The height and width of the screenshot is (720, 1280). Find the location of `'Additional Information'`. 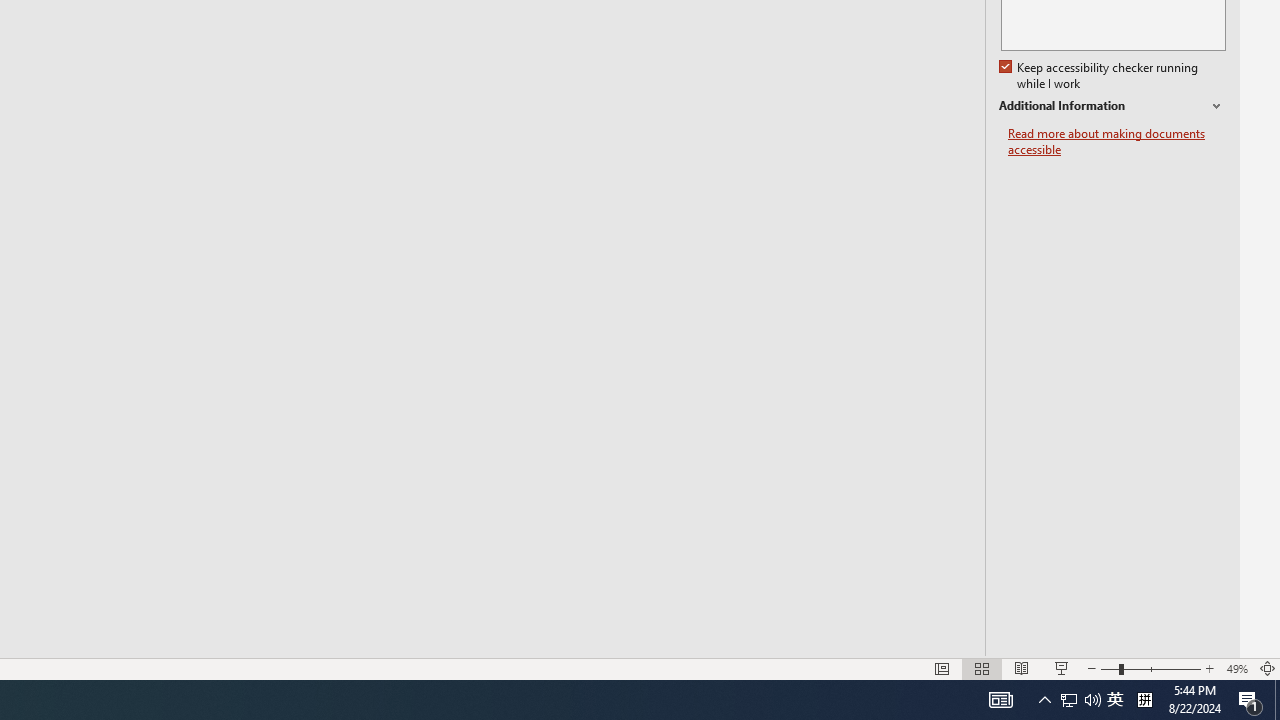

'Additional Information' is located at coordinates (1111, 106).